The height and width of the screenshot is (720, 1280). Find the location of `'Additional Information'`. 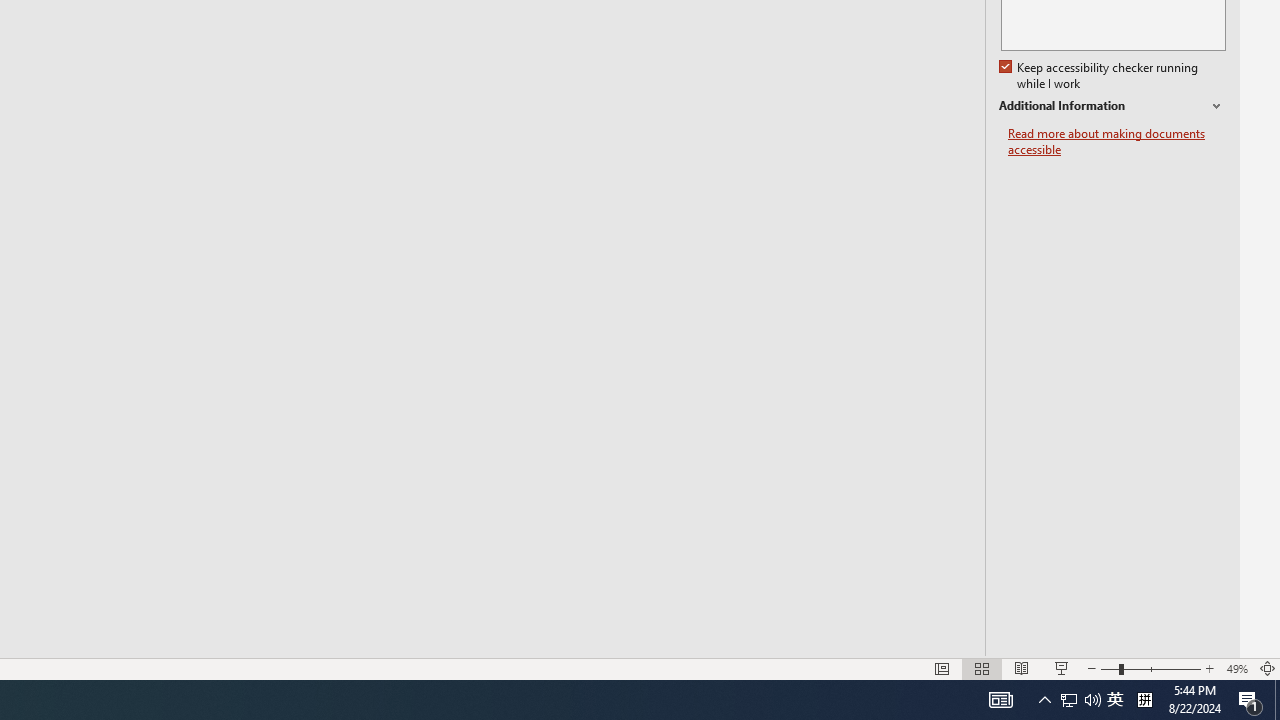

'Additional Information' is located at coordinates (1111, 106).